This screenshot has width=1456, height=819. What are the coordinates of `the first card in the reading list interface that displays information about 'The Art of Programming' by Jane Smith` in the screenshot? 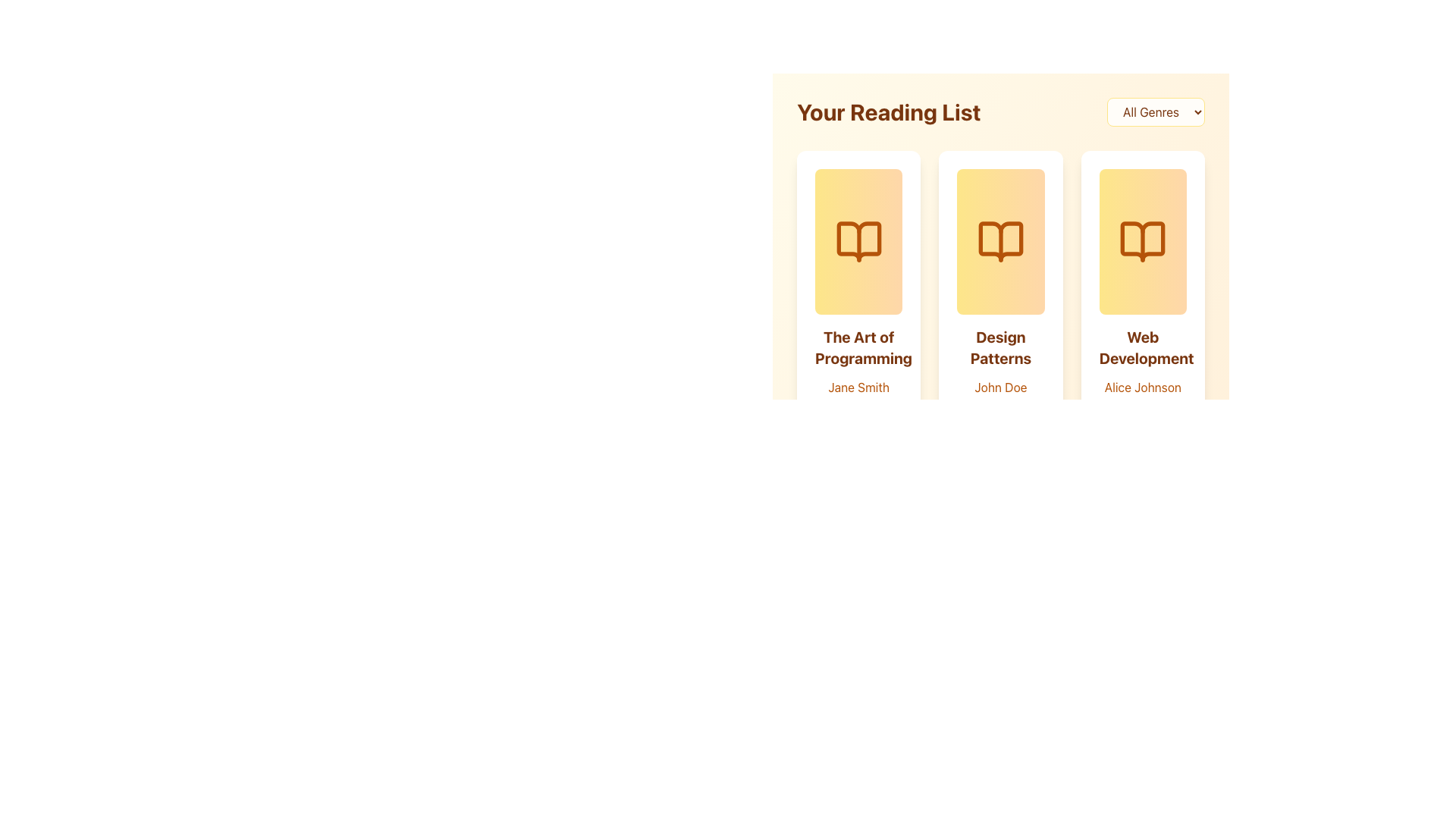 It's located at (858, 333).